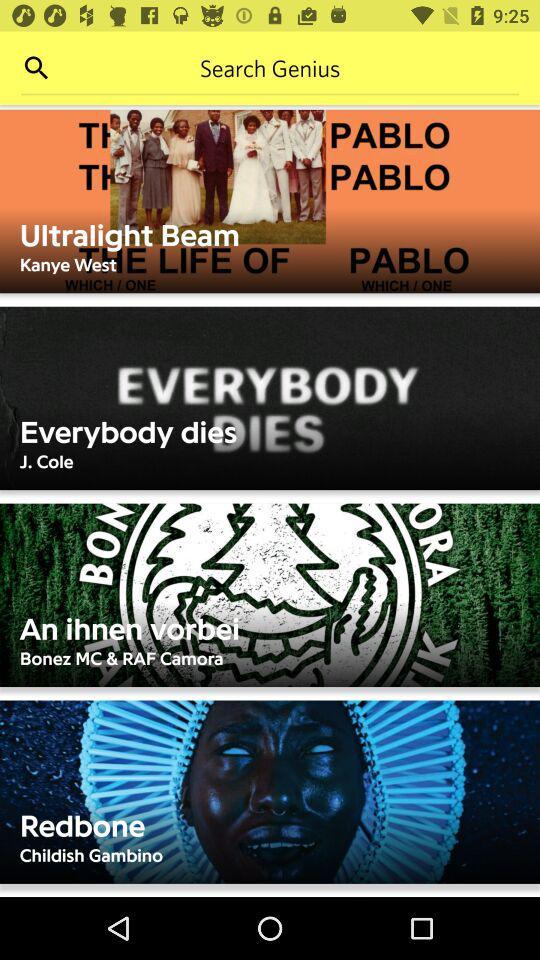  What do you see at coordinates (270, 68) in the screenshot?
I see `search bar` at bounding box center [270, 68].